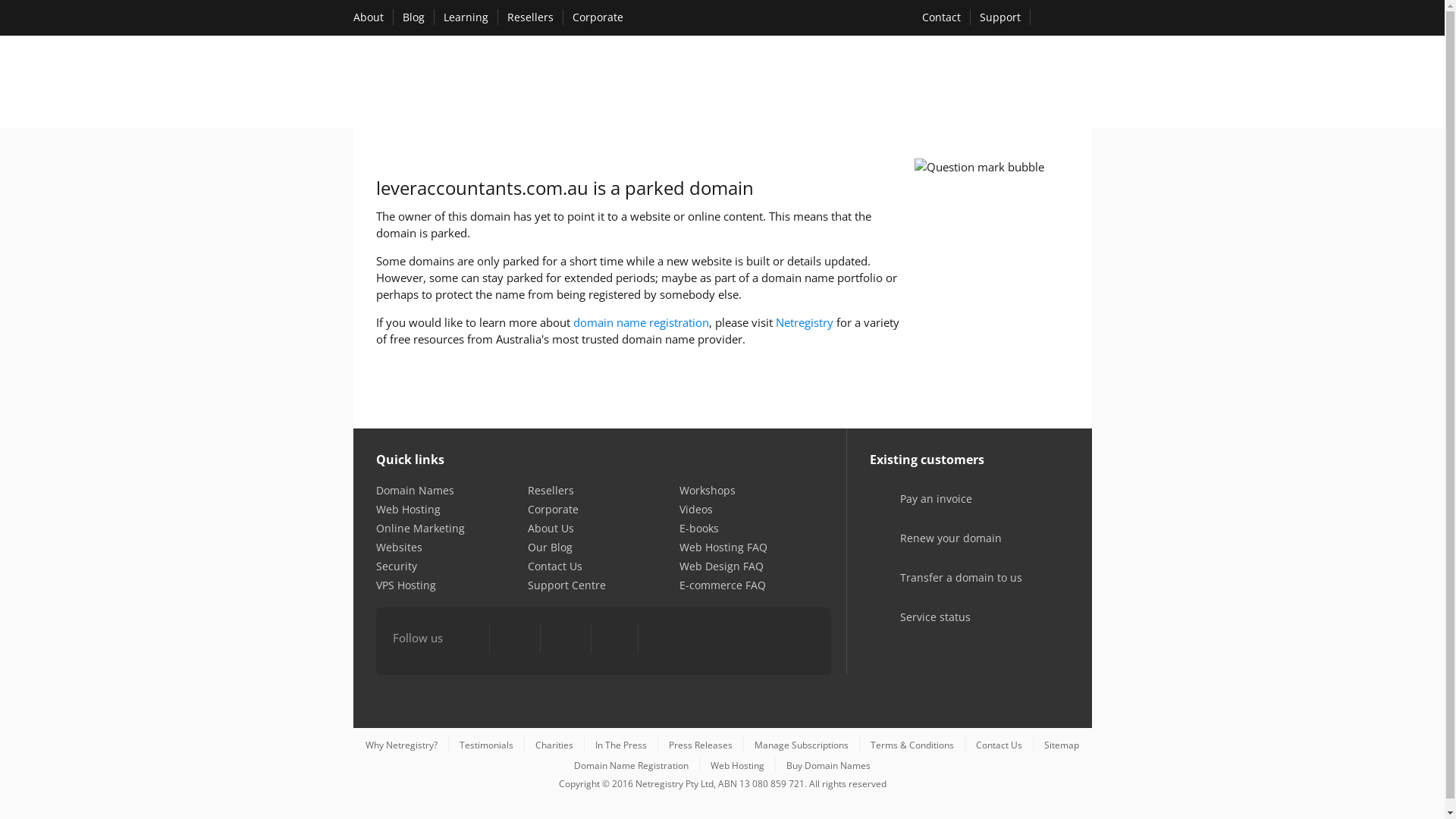 The height and width of the screenshot is (819, 1456). I want to click on 'Web Hosting', so click(375, 509).